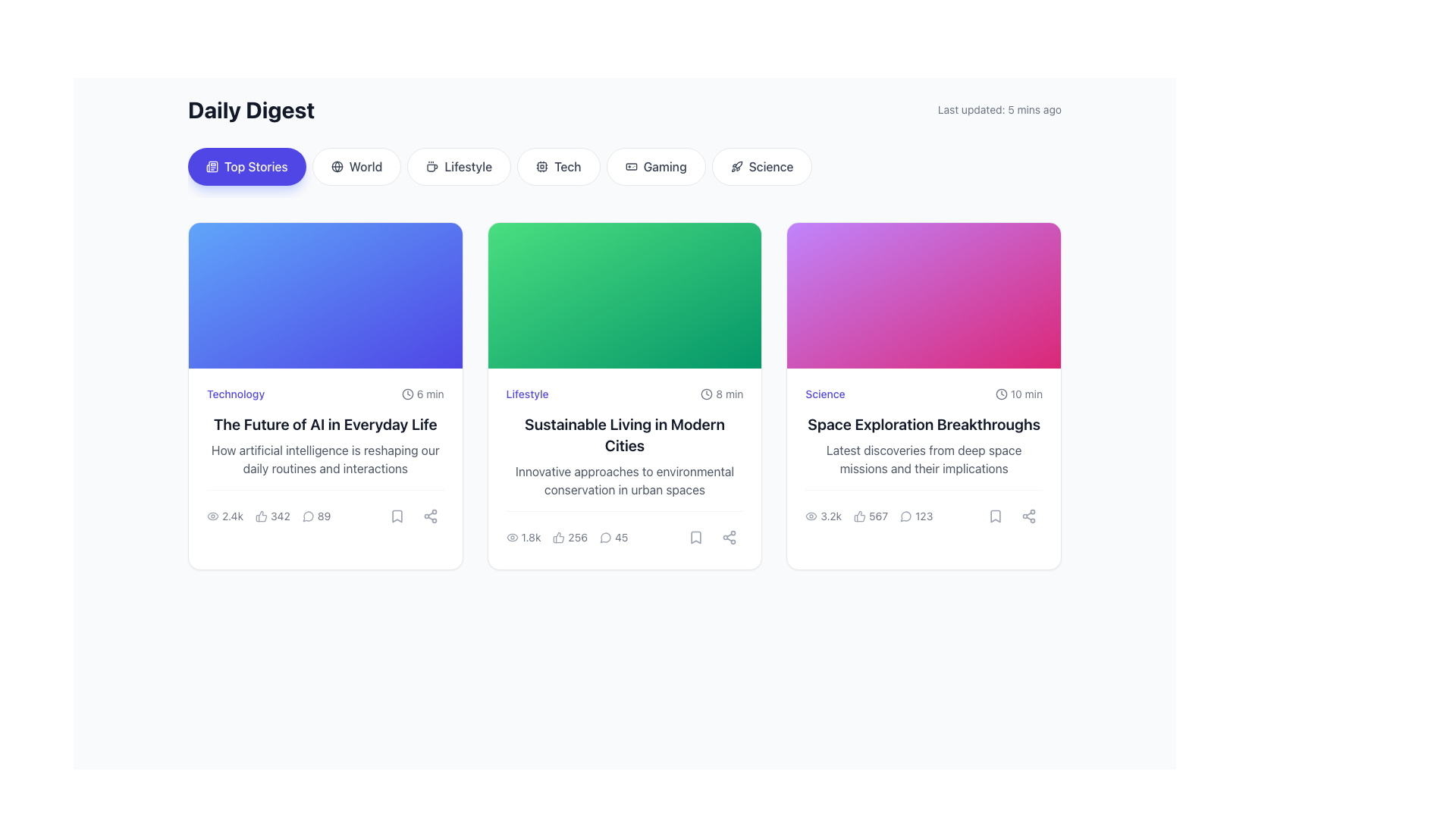 This screenshot has width=1456, height=819. I want to click on the 'World' text label within the second button of the category selection bar beneath the 'Daily Digest' heading, so click(366, 166).